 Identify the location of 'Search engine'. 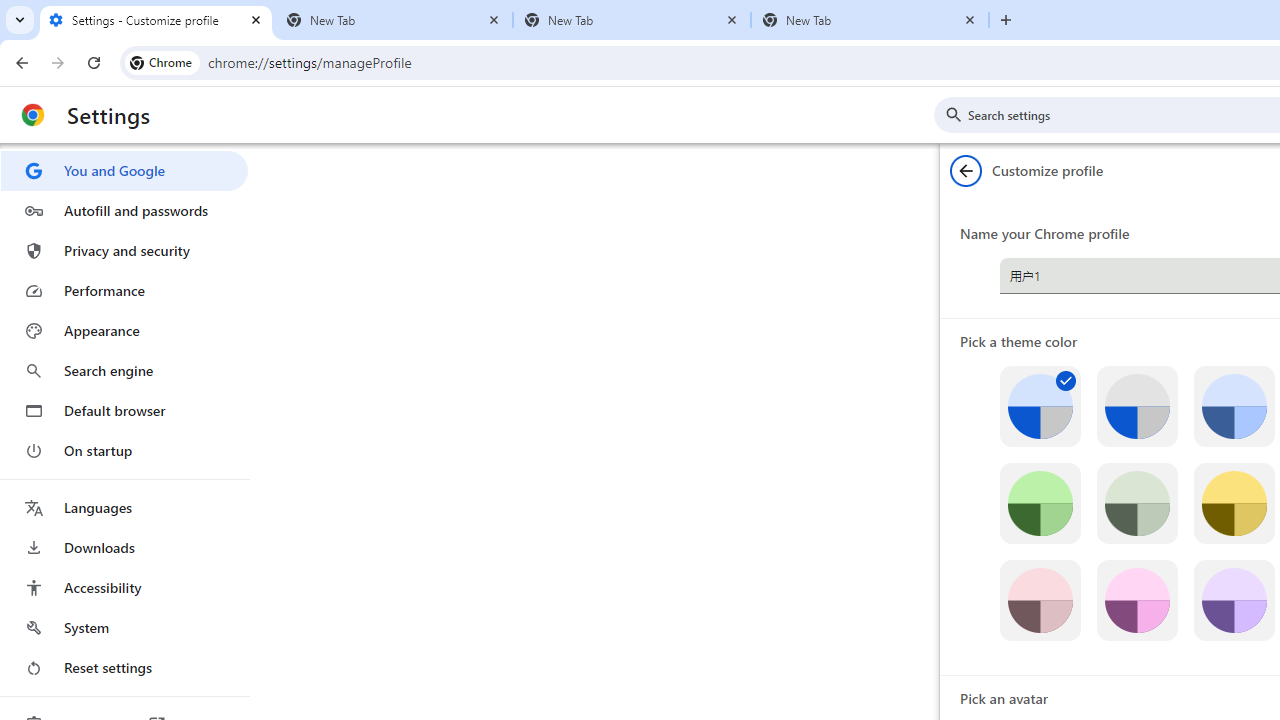
(123, 371).